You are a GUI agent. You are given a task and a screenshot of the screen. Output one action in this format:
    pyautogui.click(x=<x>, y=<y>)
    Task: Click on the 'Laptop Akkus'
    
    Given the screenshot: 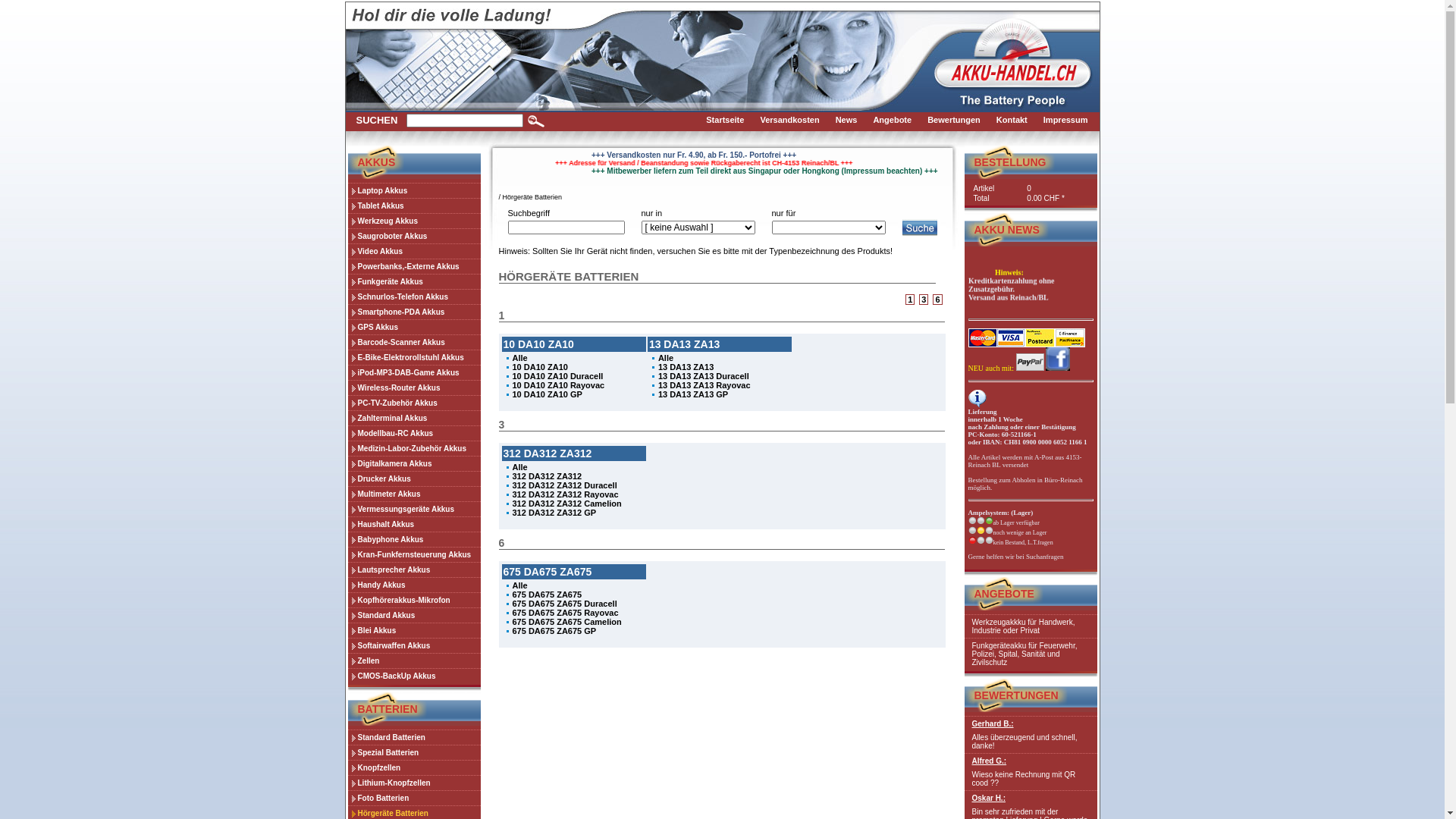 What is the action you would take?
    pyautogui.click(x=346, y=189)
    